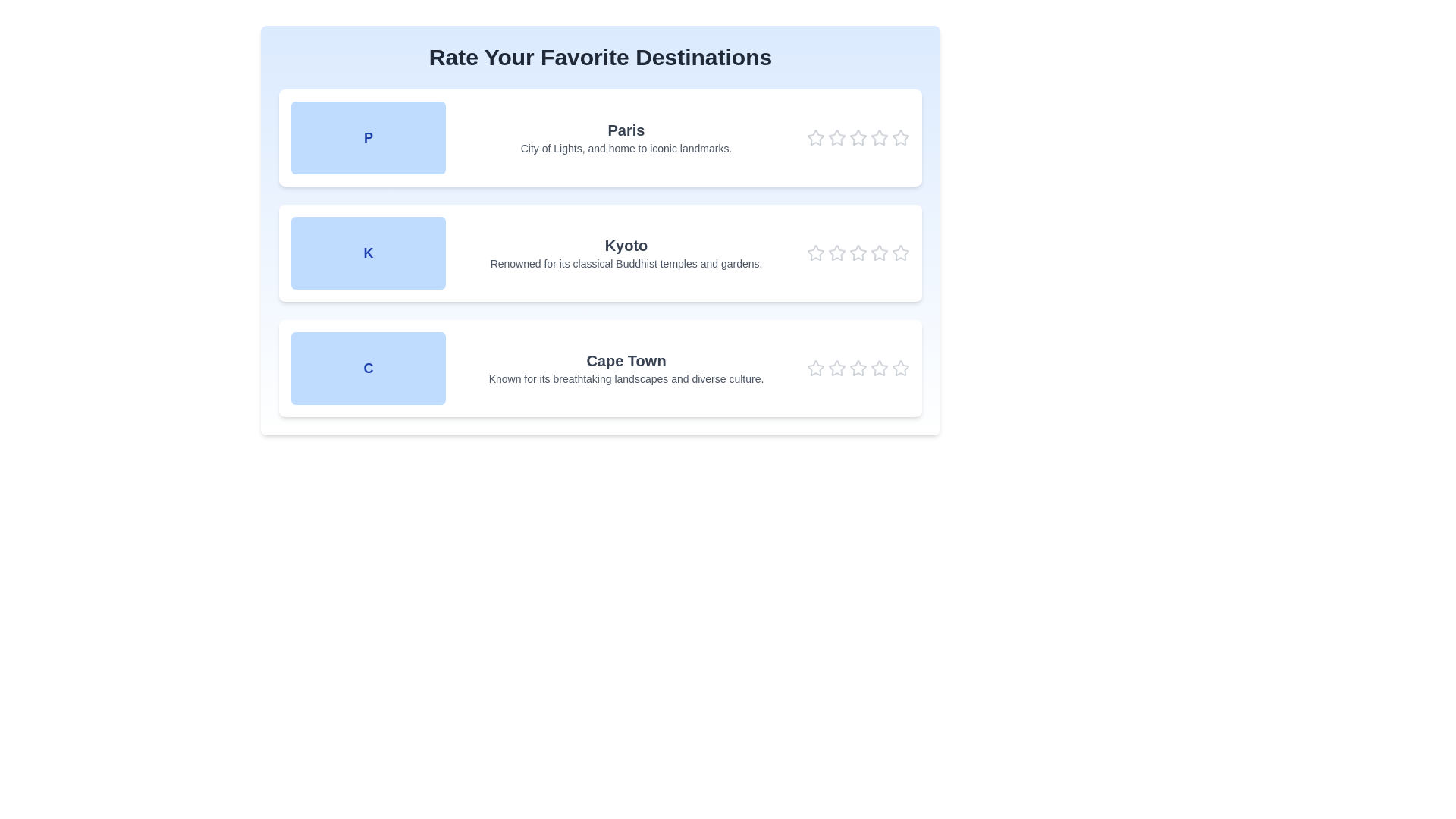  Describe the element at coordinates (880, 253) in the screenshot. I see `the fourth star in the rating system for the 'Kyoto' destination` at that location.